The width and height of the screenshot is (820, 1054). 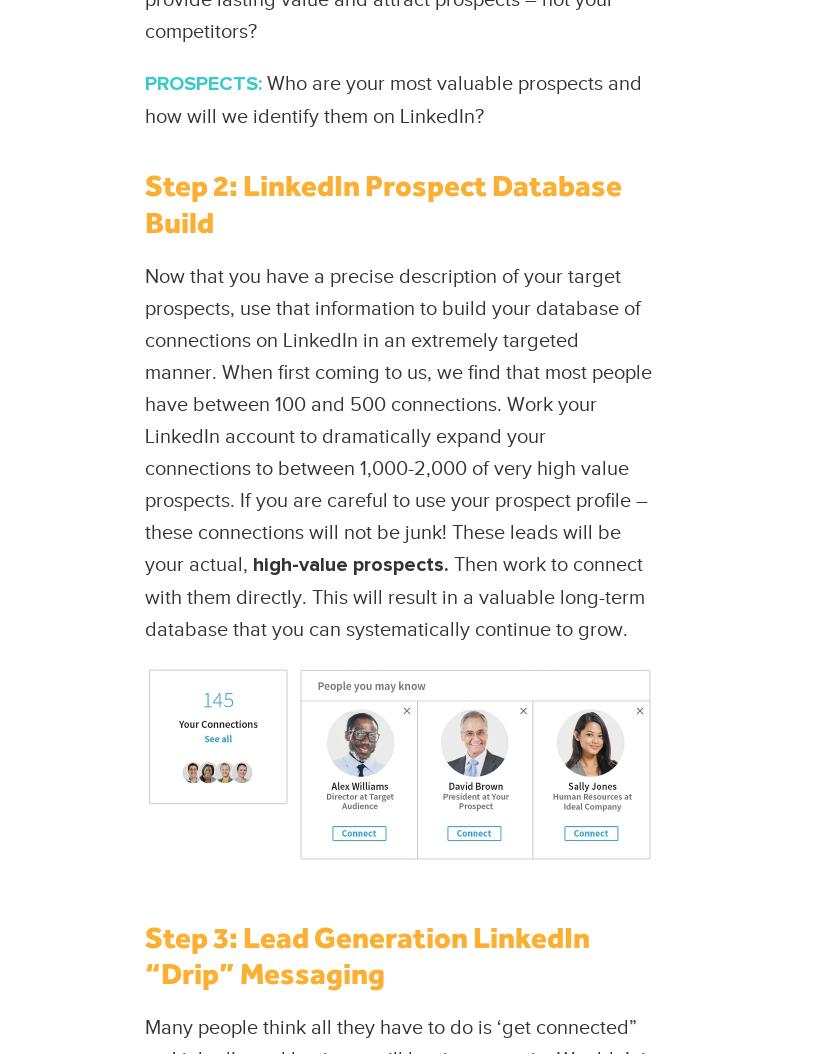 What do you see at coordinates (19, 176) in the screenshot?
I see `'Healthcare SaaS Offerings'` at bounding box center [19, 176].